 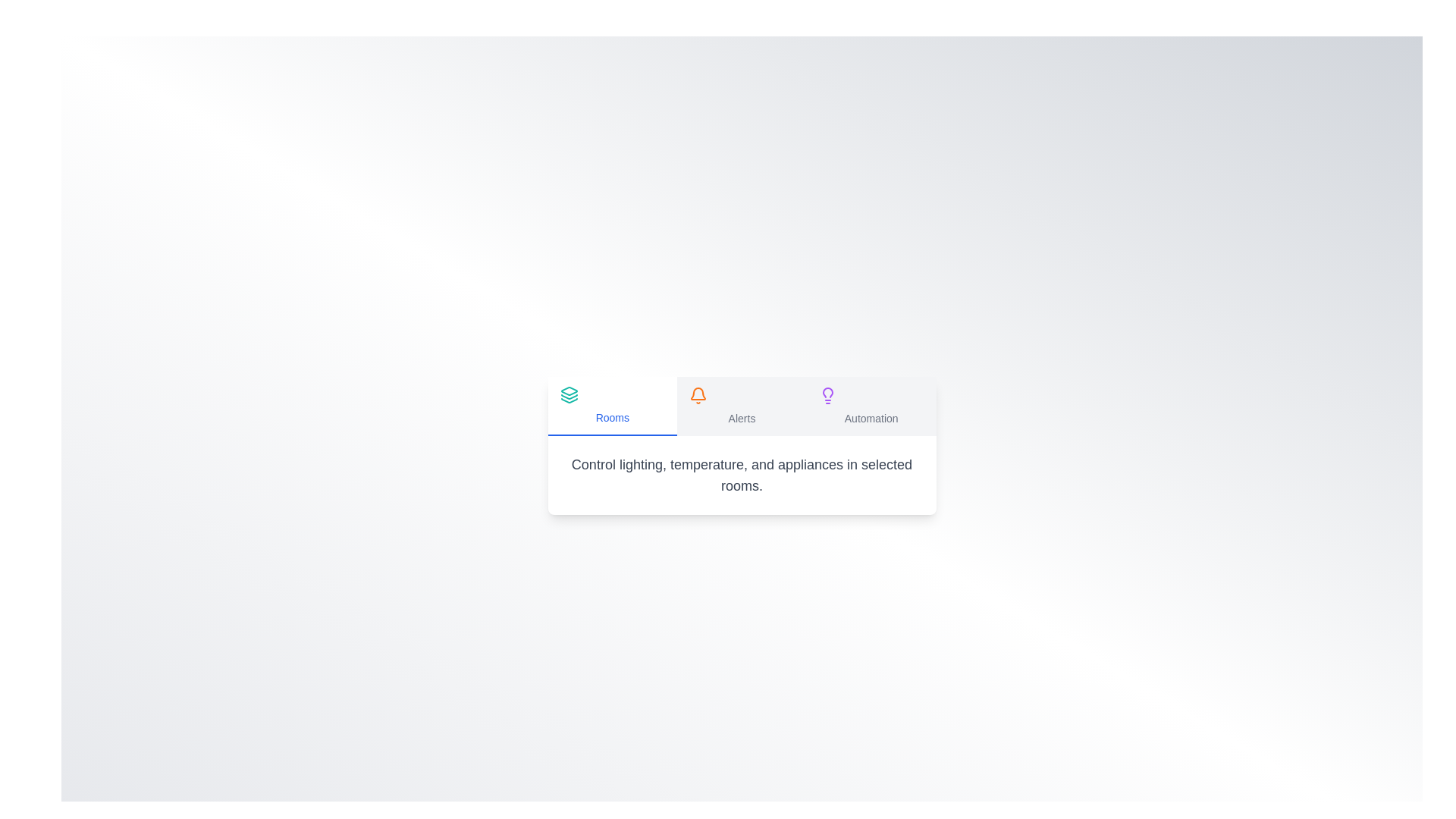 I want to click on the Alerts tab by clicking its button, so click(x=742, y=406).